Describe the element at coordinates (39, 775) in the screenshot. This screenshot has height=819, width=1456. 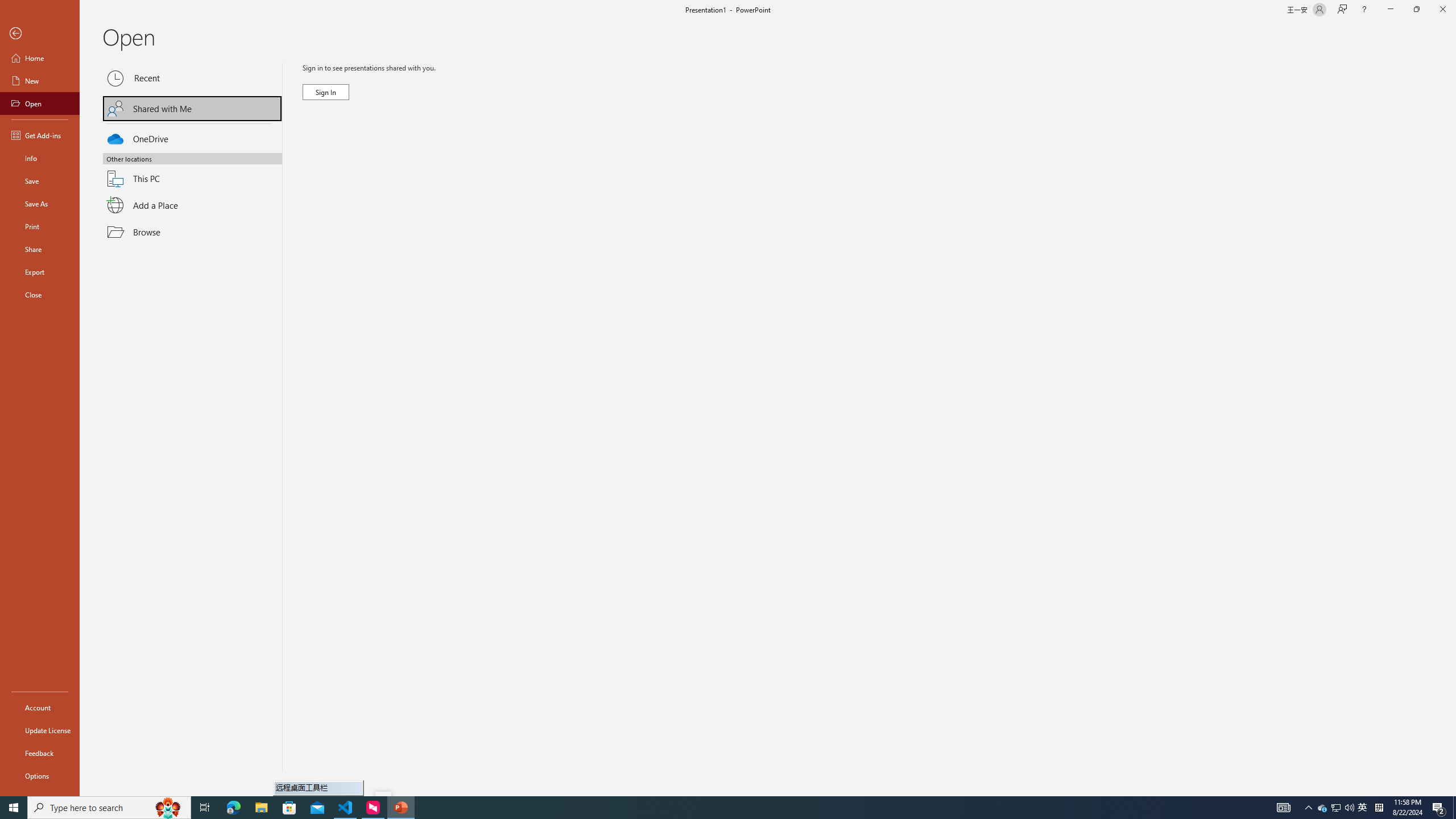
I see `'Options'` at that location.